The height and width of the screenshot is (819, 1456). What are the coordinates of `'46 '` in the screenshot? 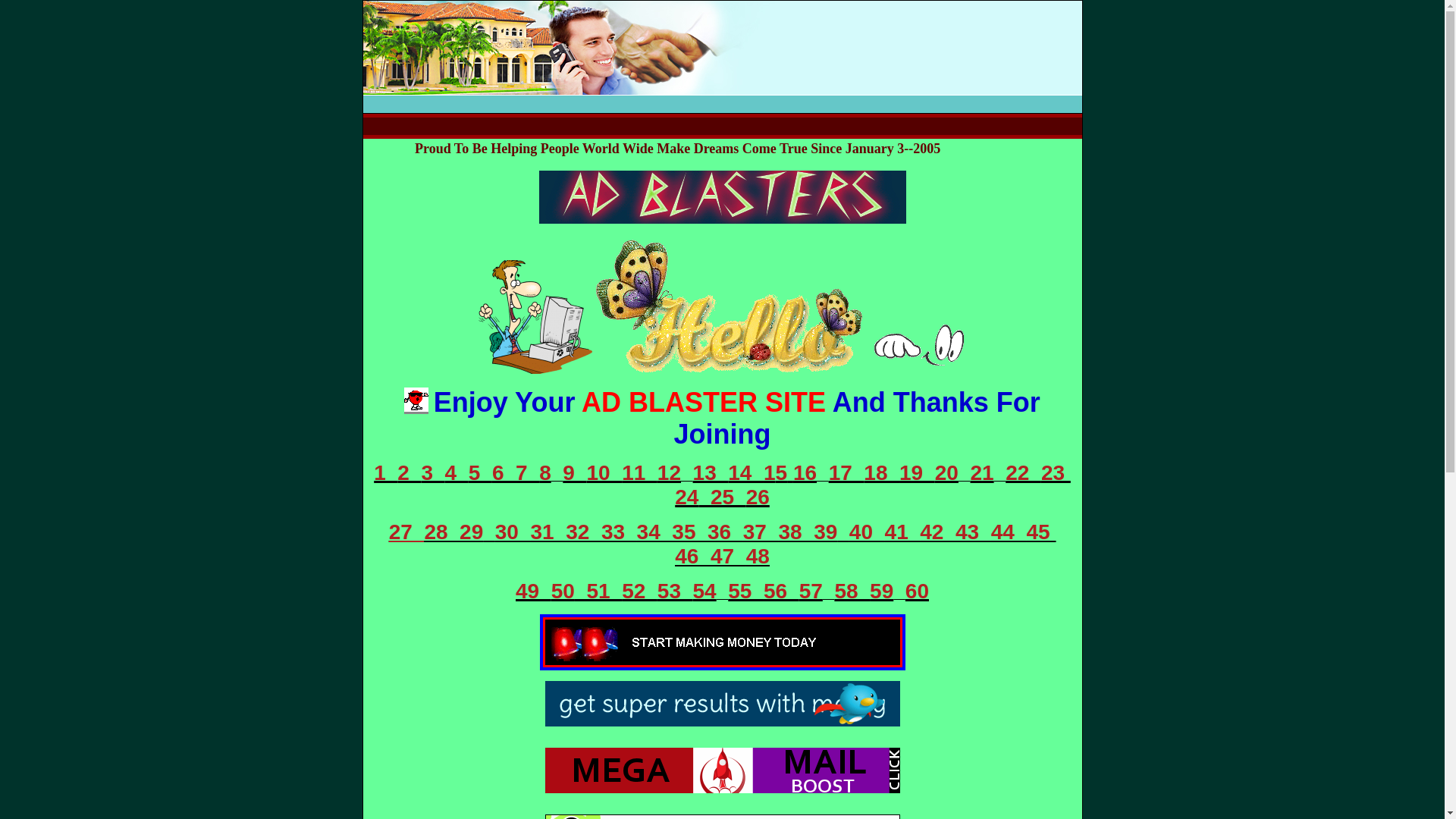 It's located at (692, 556).